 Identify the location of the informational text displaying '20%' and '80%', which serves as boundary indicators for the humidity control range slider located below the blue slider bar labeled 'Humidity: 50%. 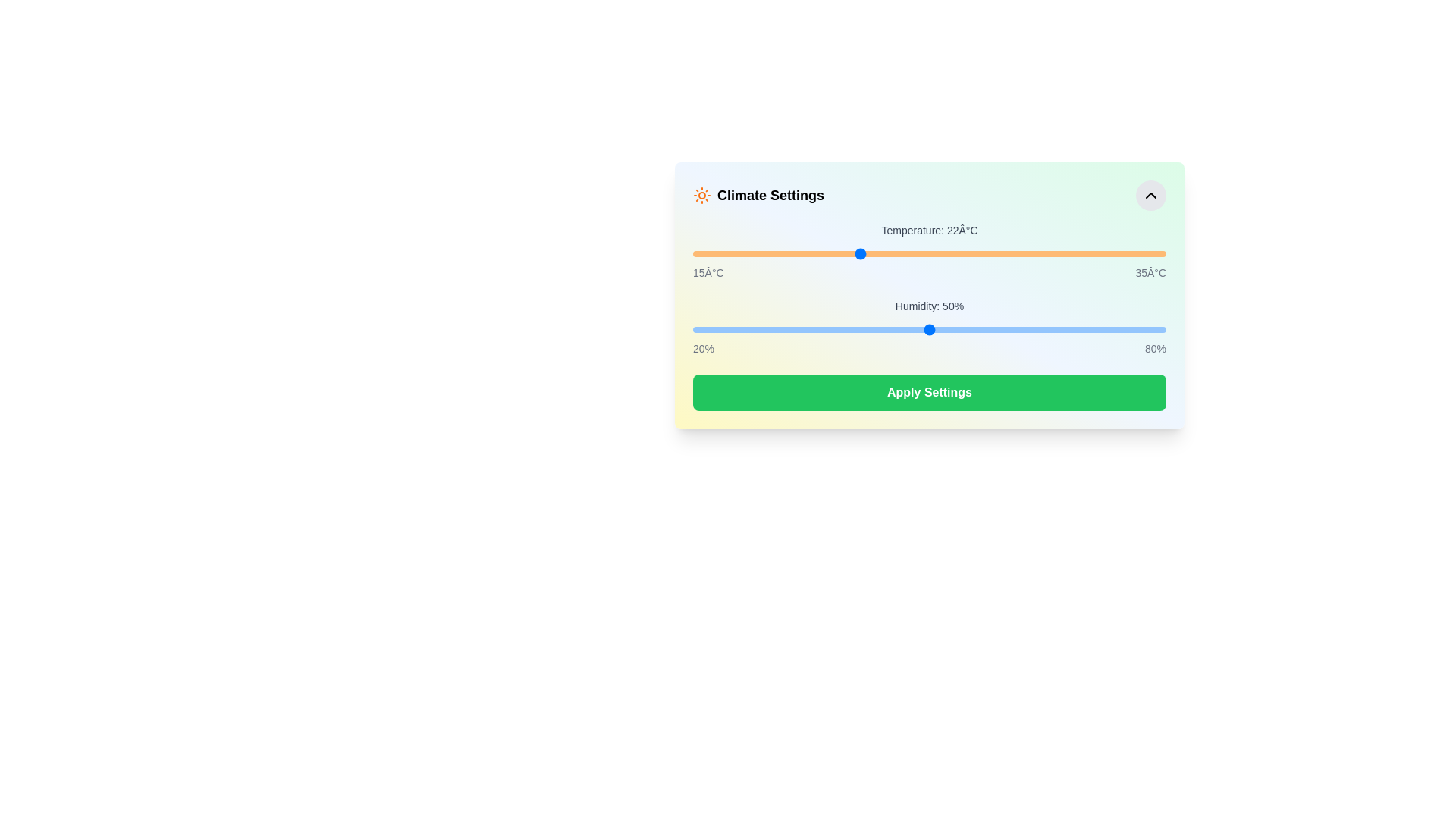
(928, 348).